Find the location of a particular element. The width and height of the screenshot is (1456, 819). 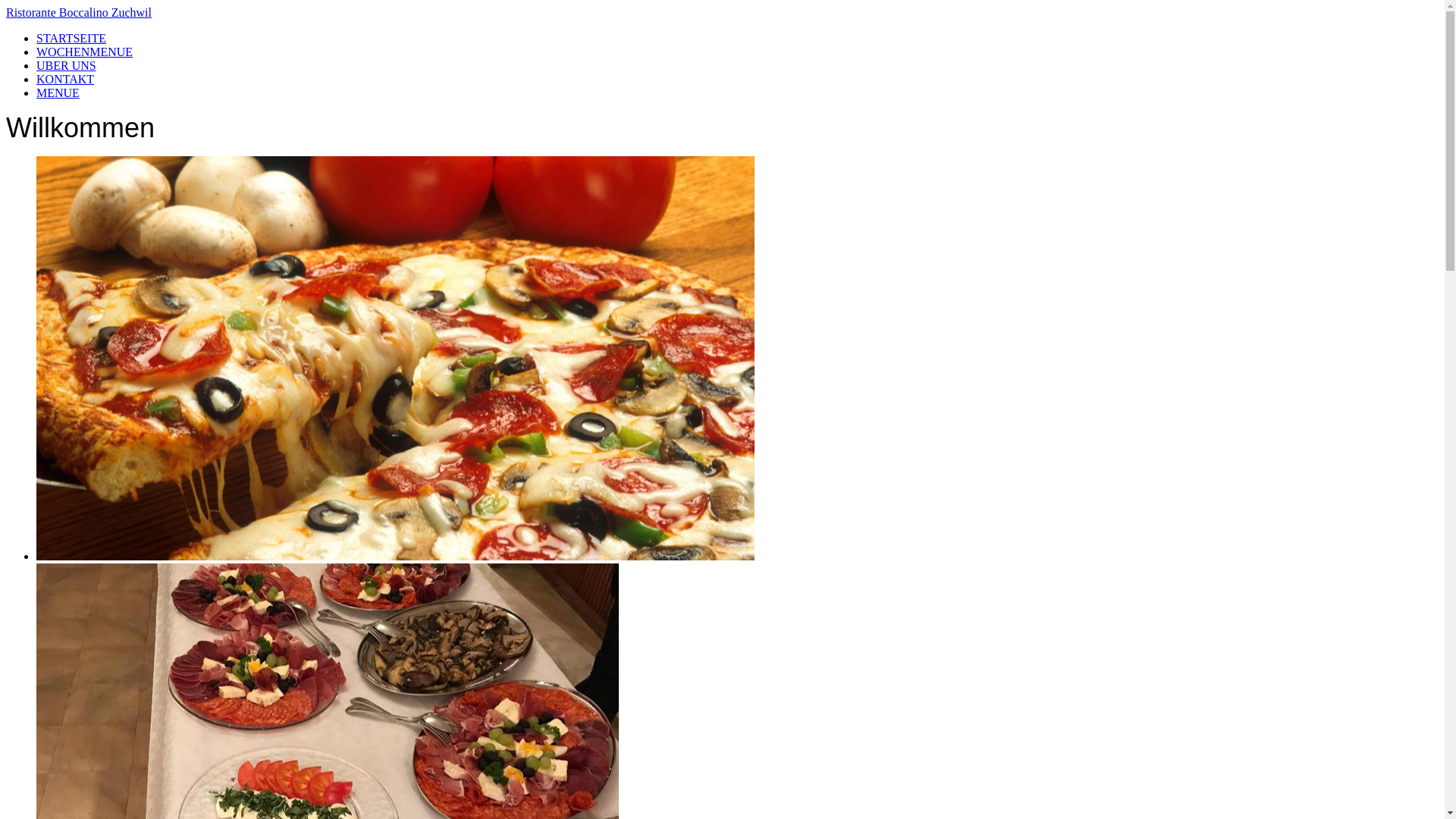

'UBER UNS' is located at coordinates (36, 64).